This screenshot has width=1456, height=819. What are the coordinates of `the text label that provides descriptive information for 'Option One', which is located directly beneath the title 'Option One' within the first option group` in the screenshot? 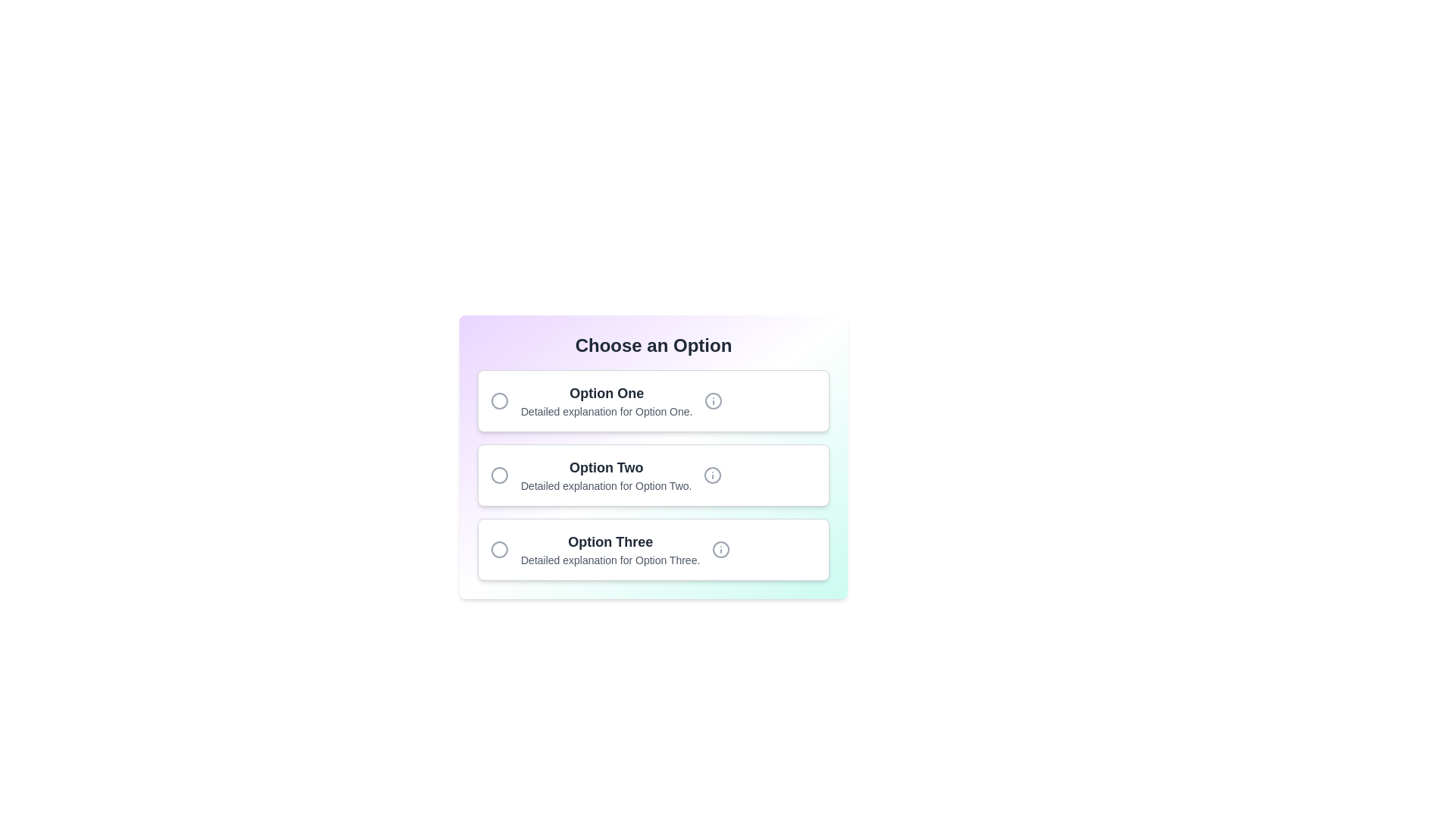 It's located at (607, 412).